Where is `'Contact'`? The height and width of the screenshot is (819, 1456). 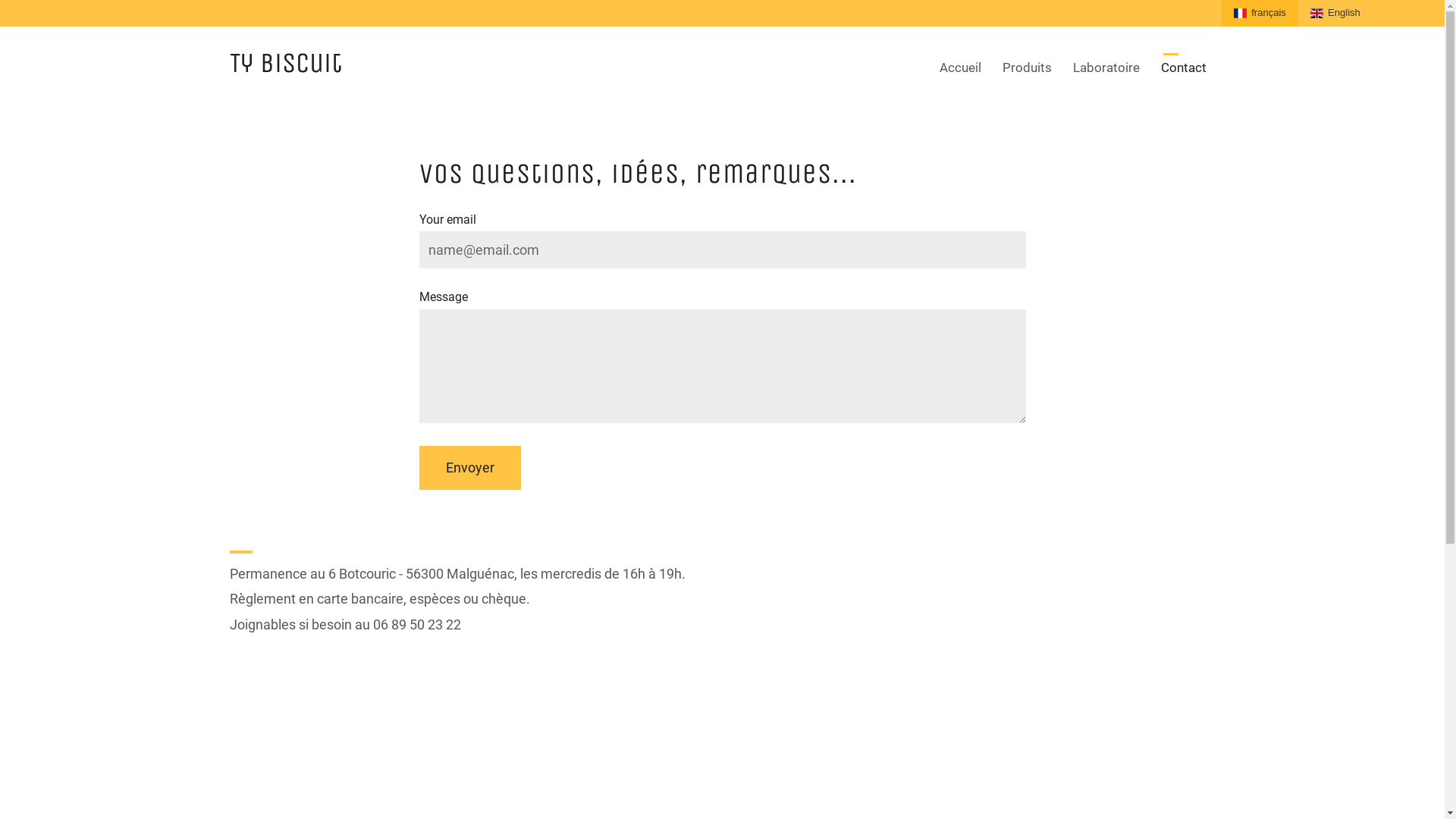 'Contact' is located at coordinates (1182, 67).